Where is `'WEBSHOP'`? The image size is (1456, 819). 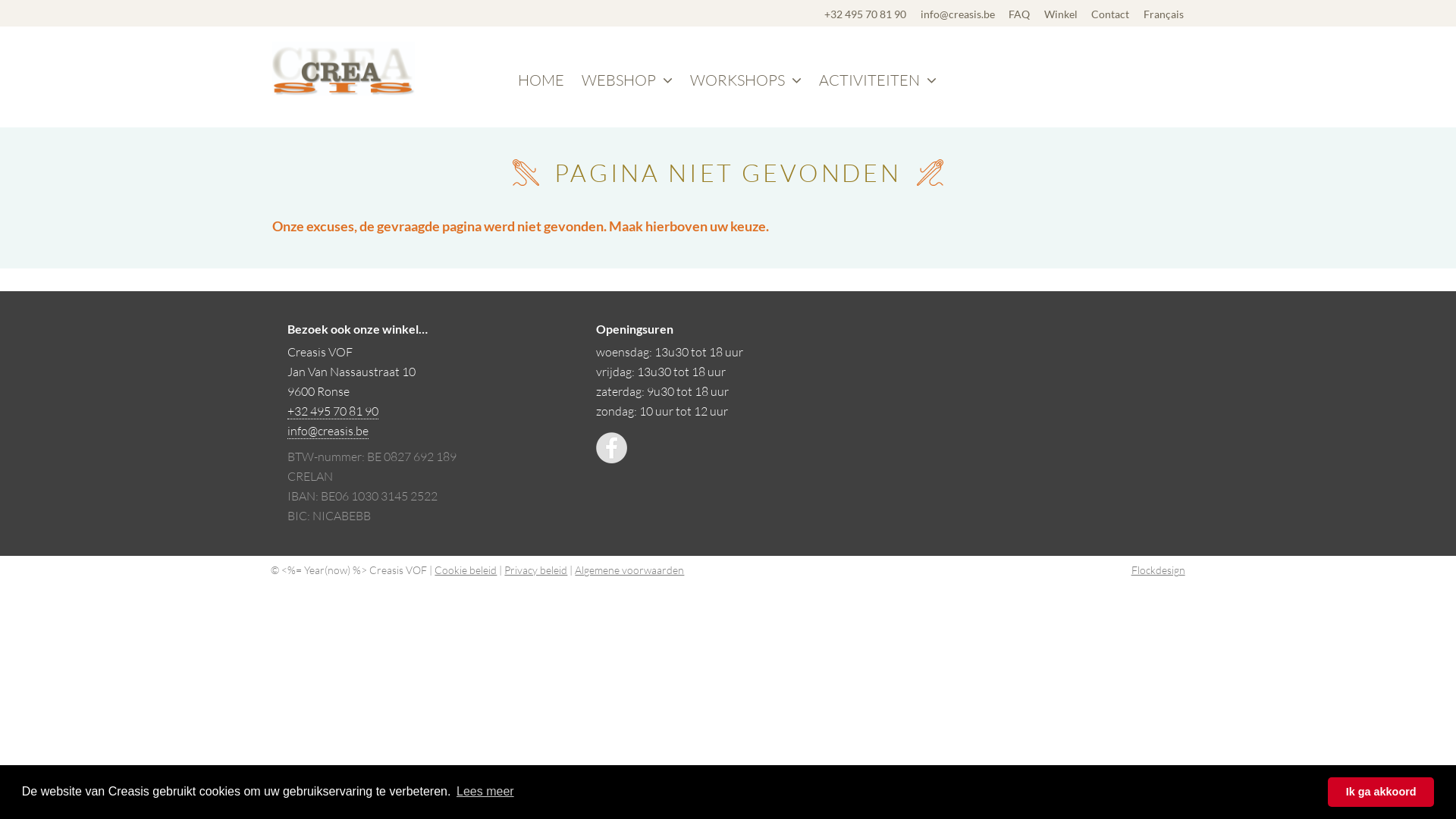
'WEBSHOP' is located at coordinates (626, 80).